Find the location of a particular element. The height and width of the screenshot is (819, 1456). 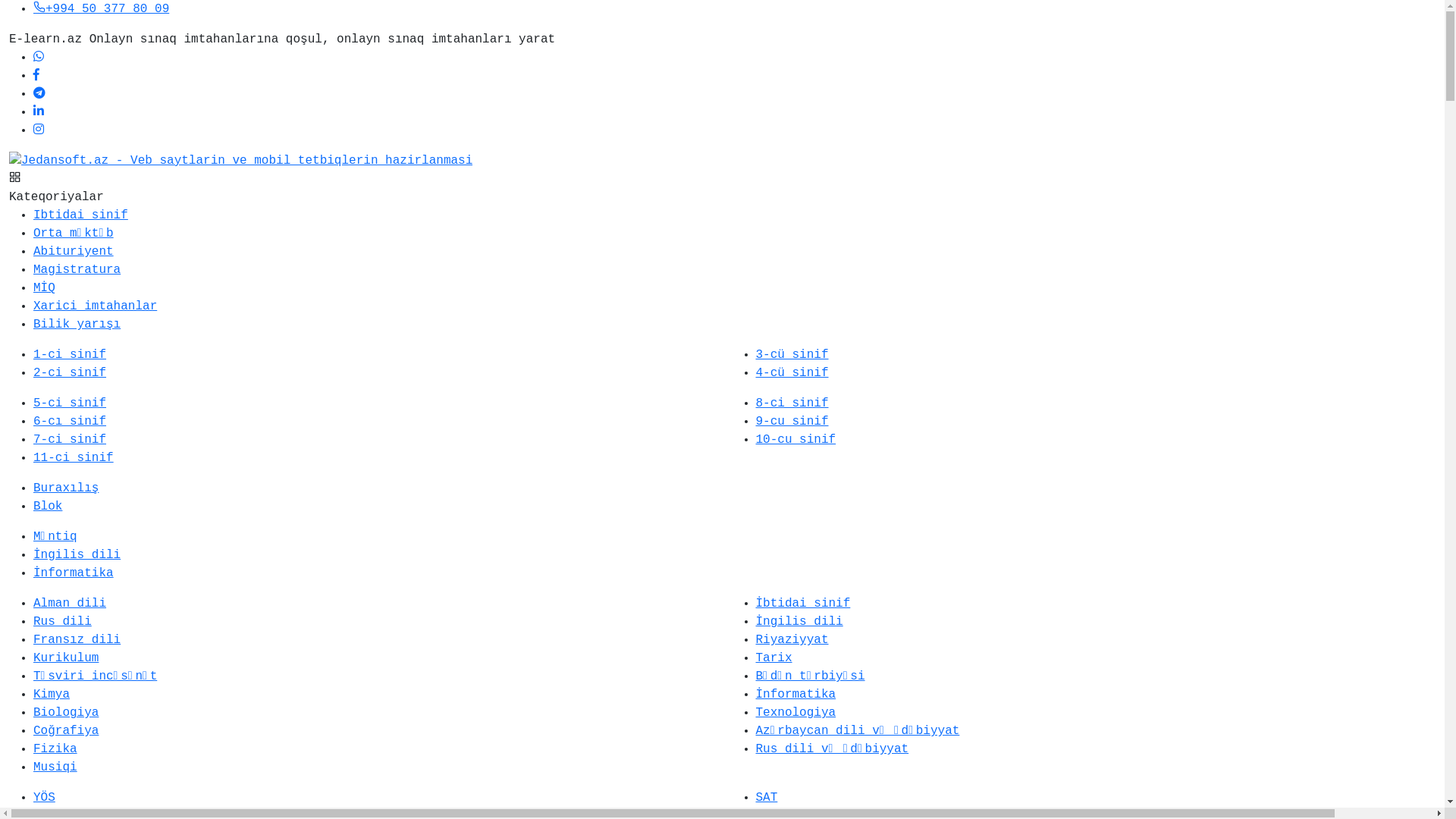

'Abituriyent' is located at coordinates (72, 250).